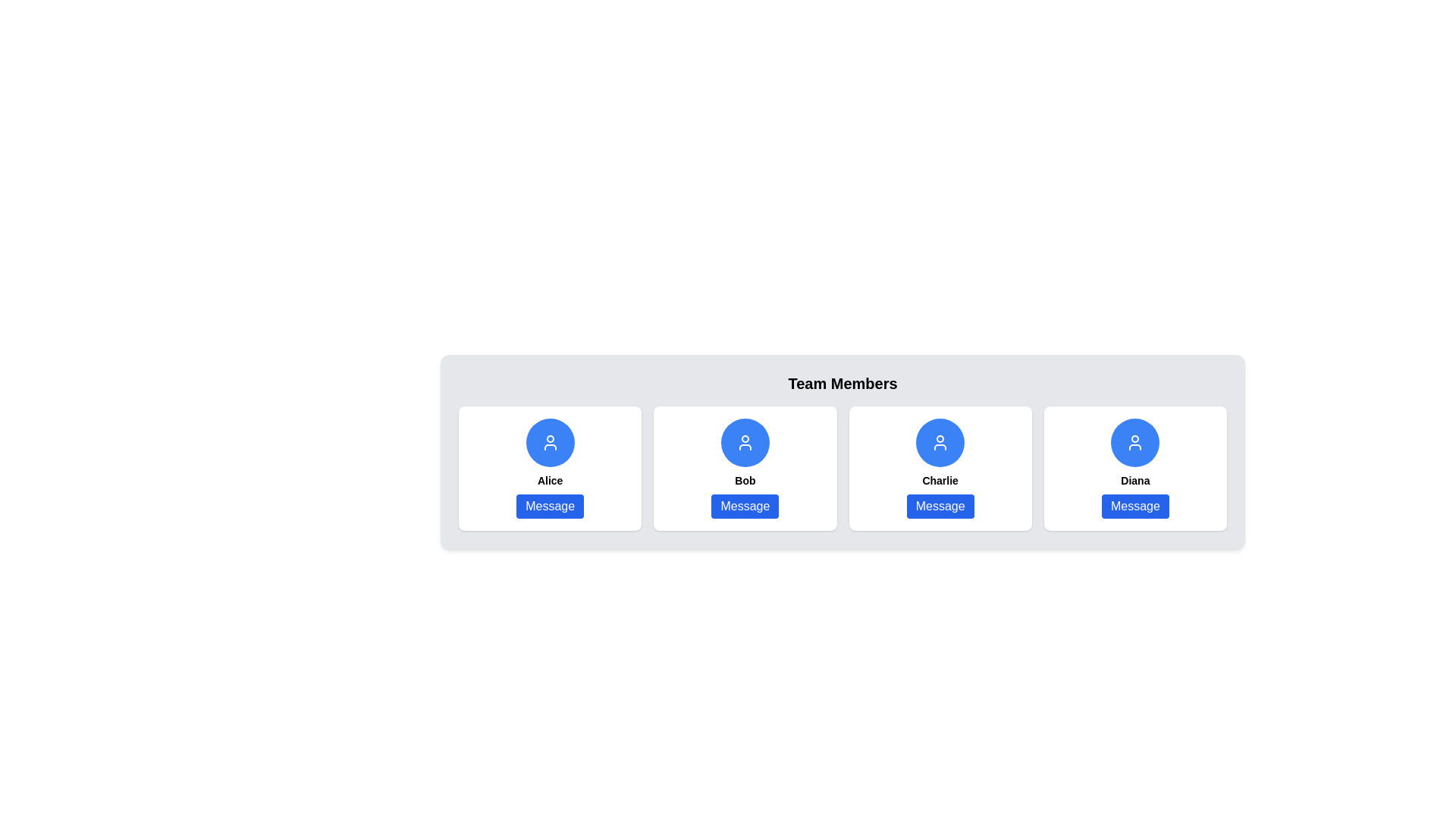 This screenshot has width=1456, height=819. I want to click on the static text label that displays 'Alice', which is located below a user profile icon and above a 'Message' button, part of a user-related component group, so click(549, 480).